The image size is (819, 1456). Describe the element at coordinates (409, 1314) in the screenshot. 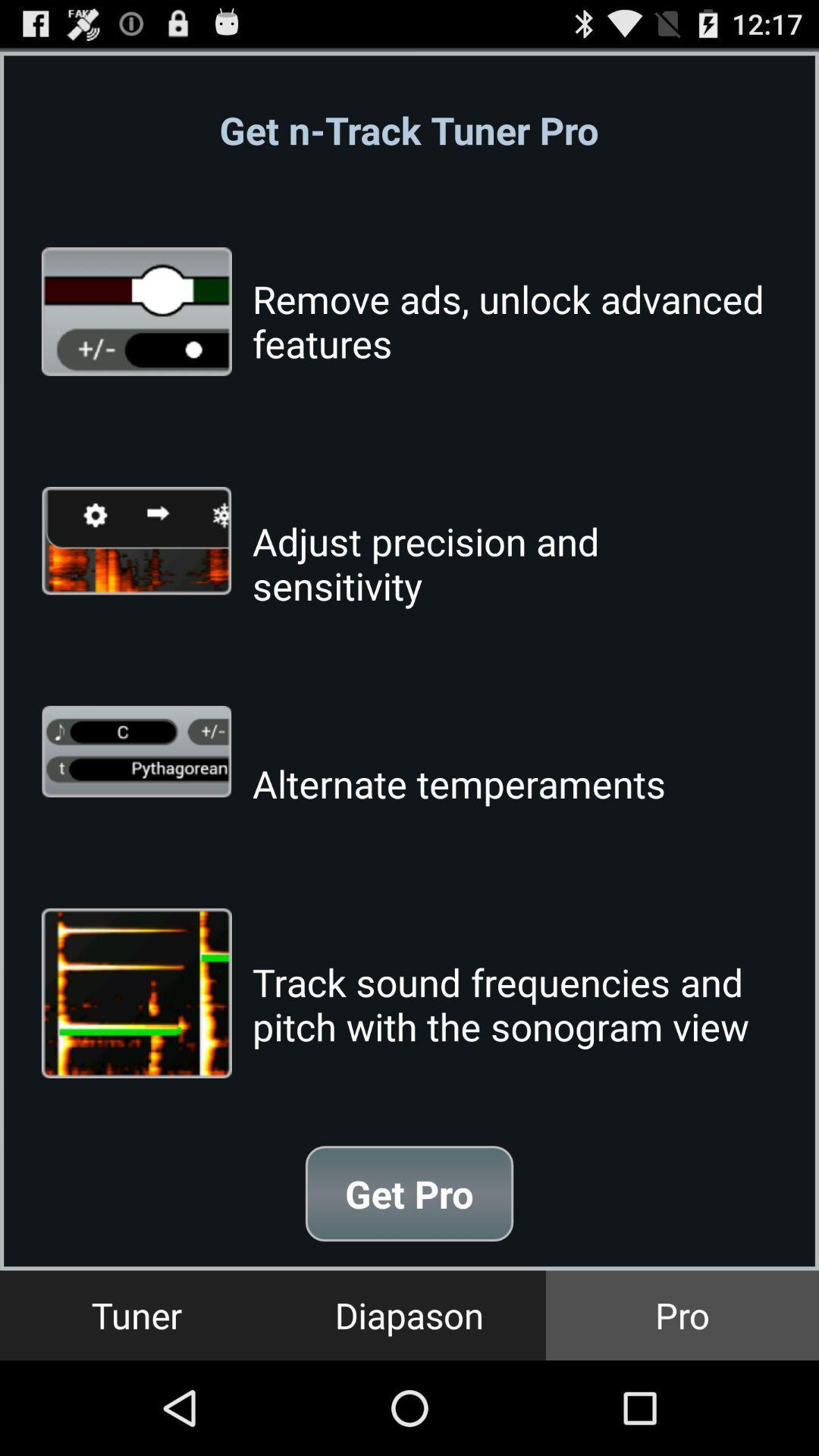

I see `icon next to tuner button` at that location.